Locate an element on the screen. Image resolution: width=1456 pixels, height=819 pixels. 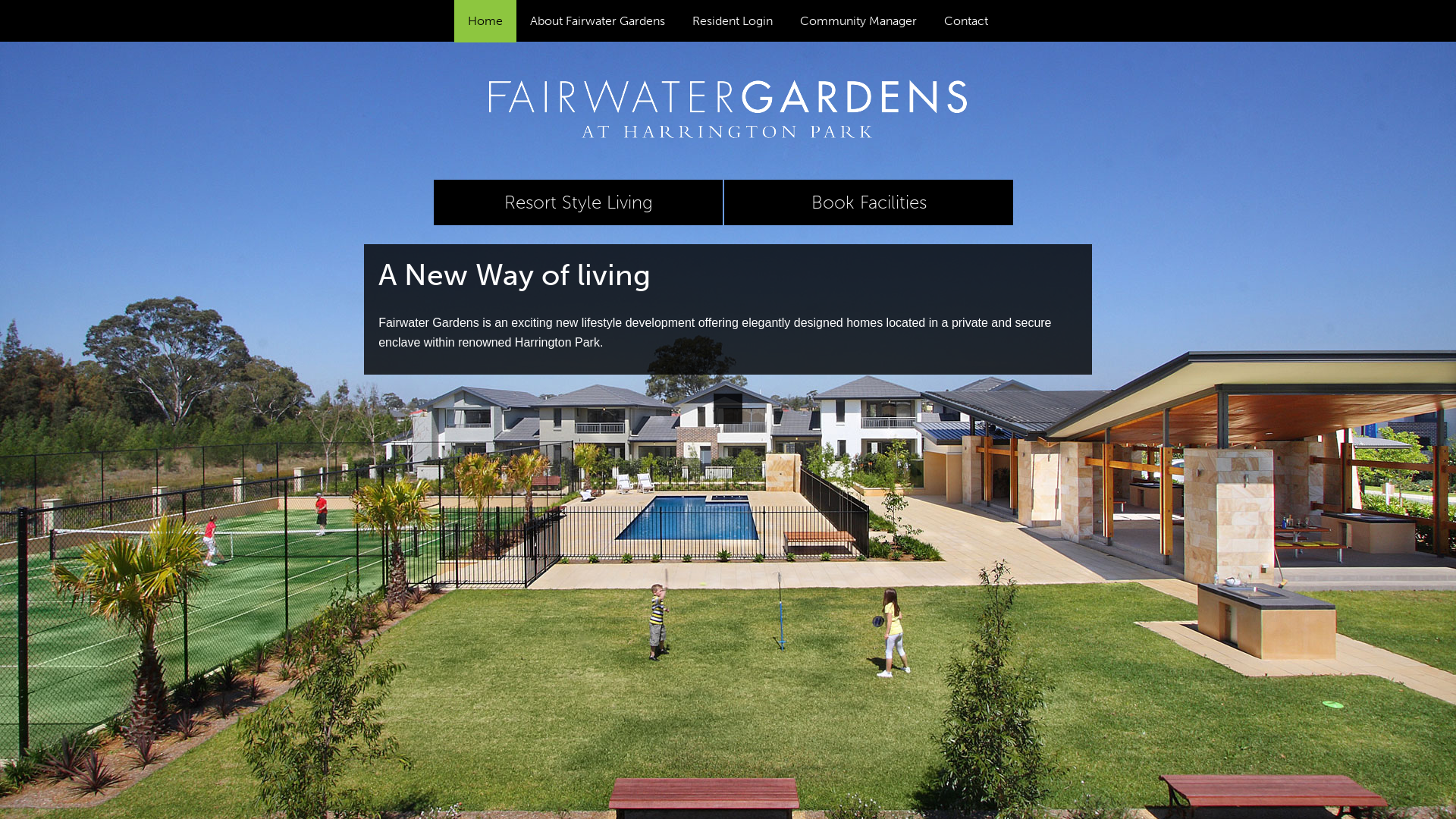
'Resident Login' is located at coordinates (732, 20).